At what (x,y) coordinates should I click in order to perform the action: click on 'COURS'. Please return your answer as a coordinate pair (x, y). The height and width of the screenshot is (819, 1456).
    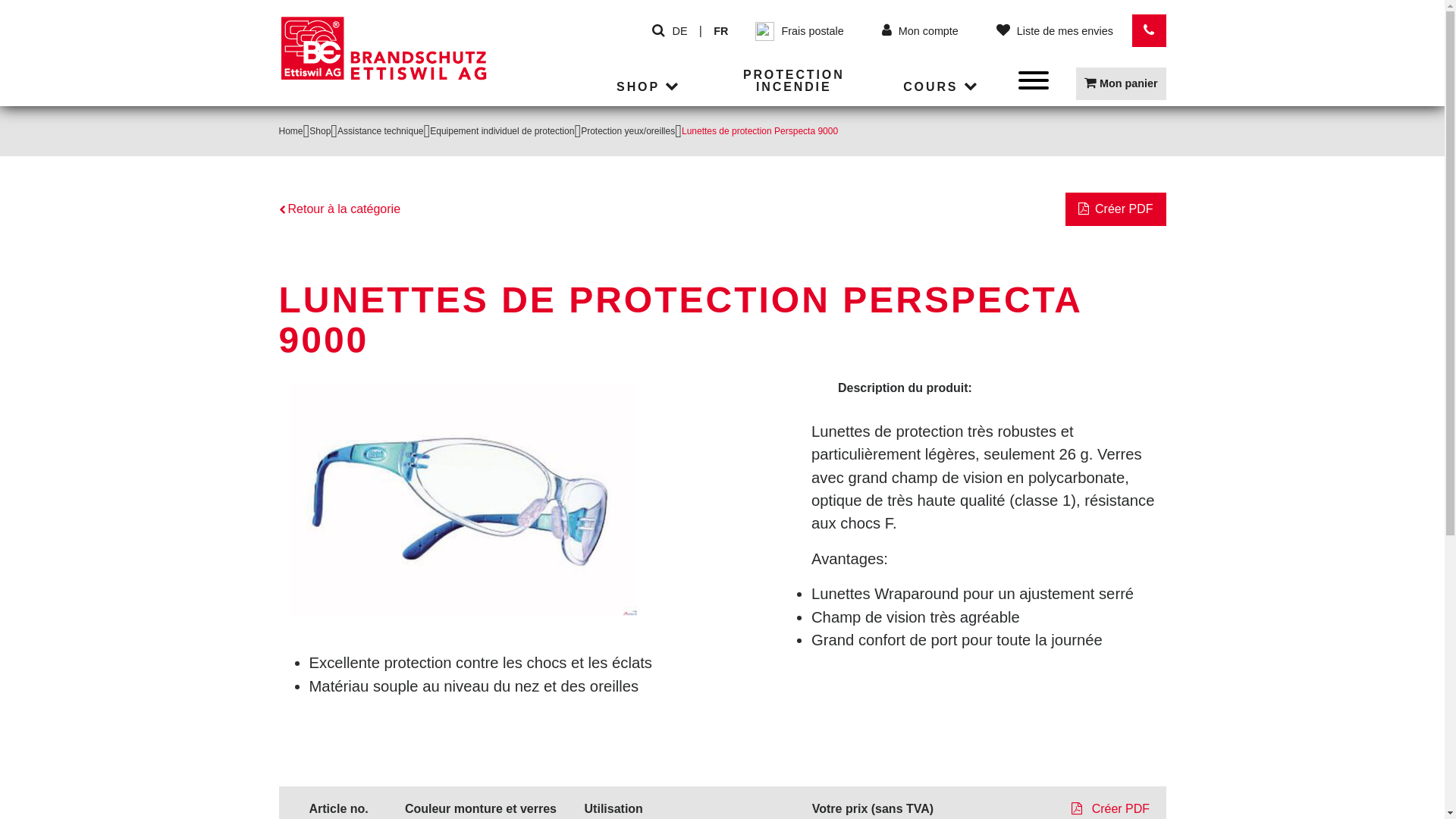
    Looking at the image, I should click on (942, 87).